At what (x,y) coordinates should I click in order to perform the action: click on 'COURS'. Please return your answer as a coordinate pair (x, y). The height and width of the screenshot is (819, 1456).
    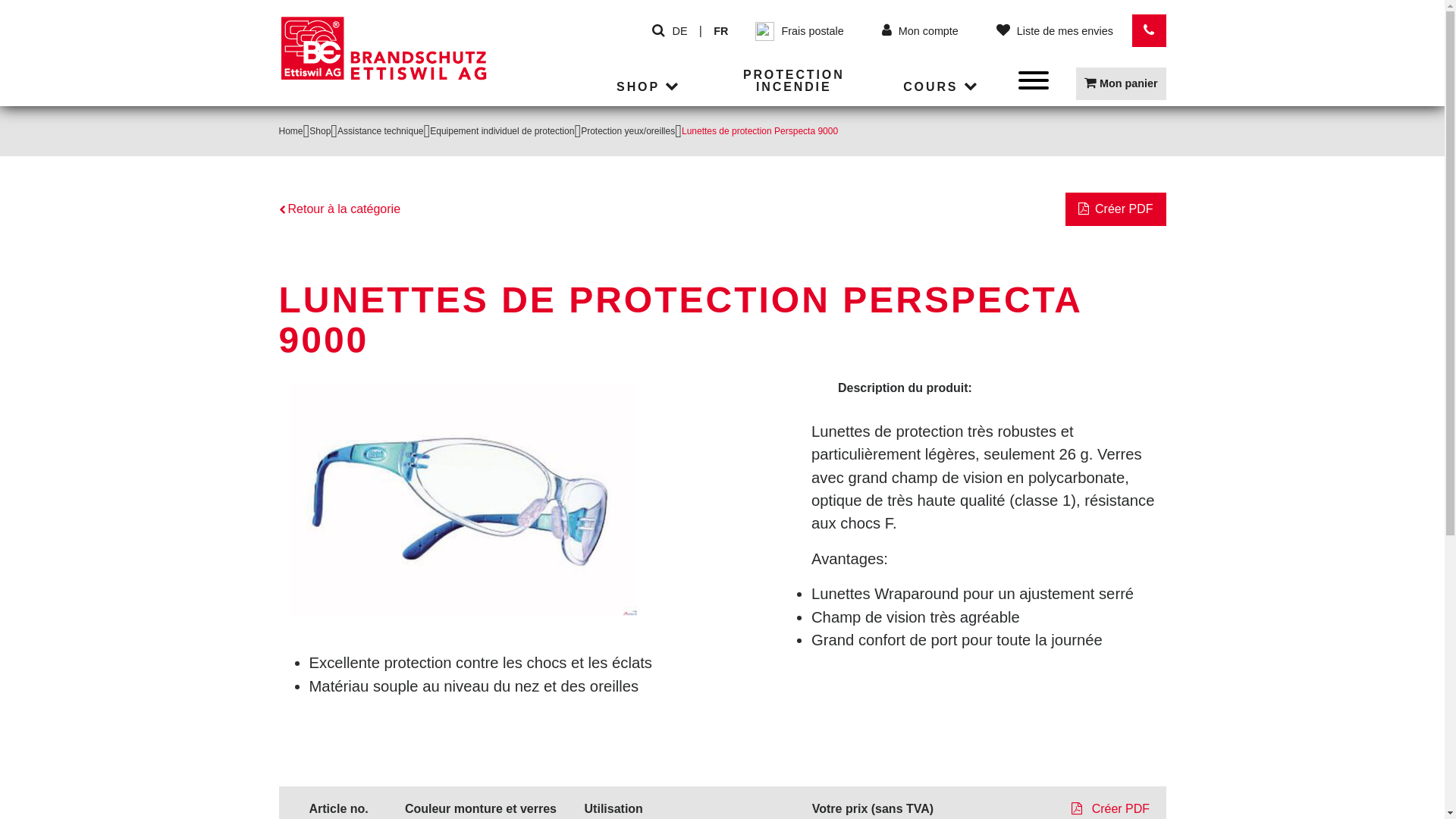
    Looking at the image, I should click on (942, 87).